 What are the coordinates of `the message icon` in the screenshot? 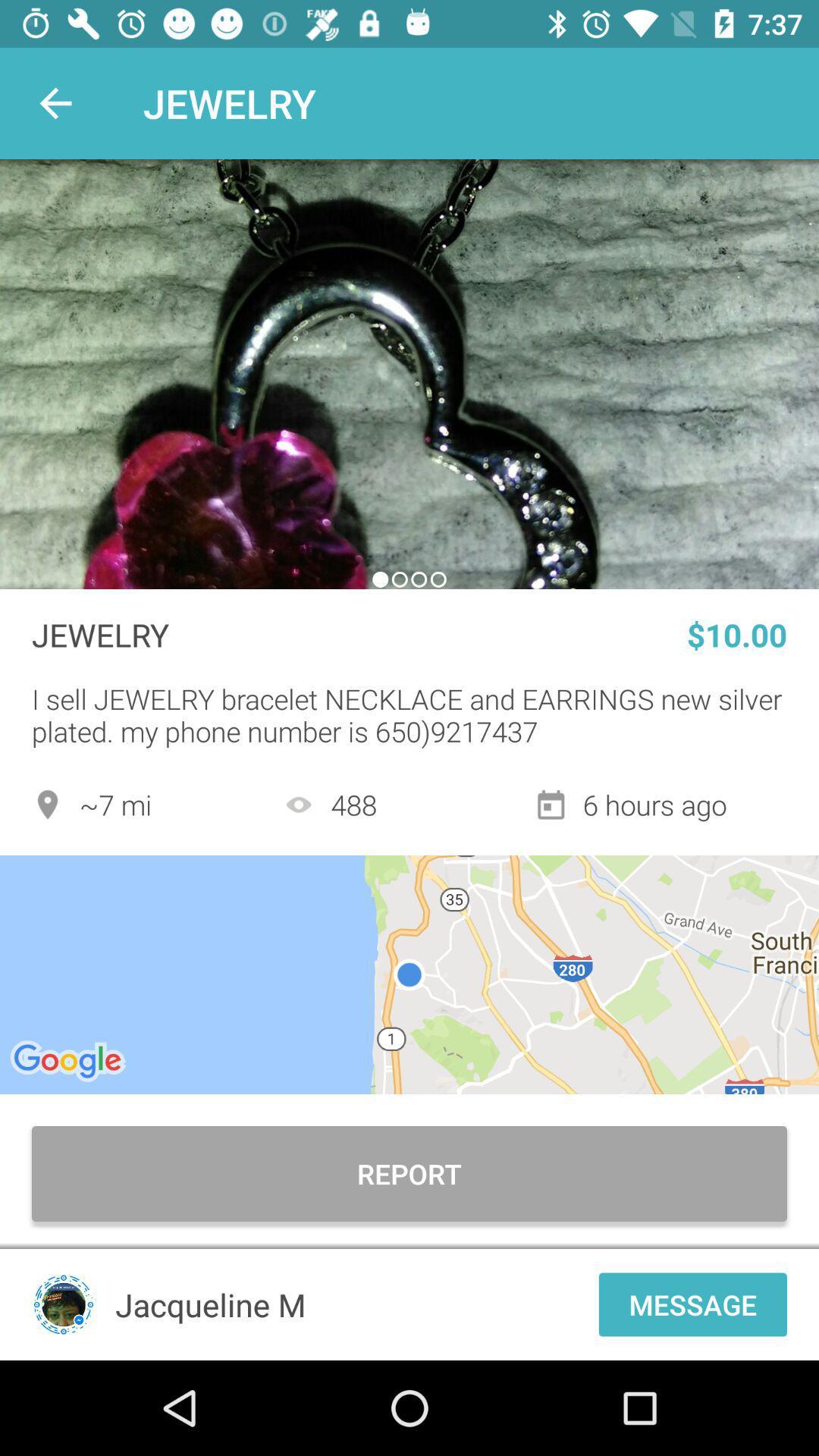 It's located at (692, 1304).